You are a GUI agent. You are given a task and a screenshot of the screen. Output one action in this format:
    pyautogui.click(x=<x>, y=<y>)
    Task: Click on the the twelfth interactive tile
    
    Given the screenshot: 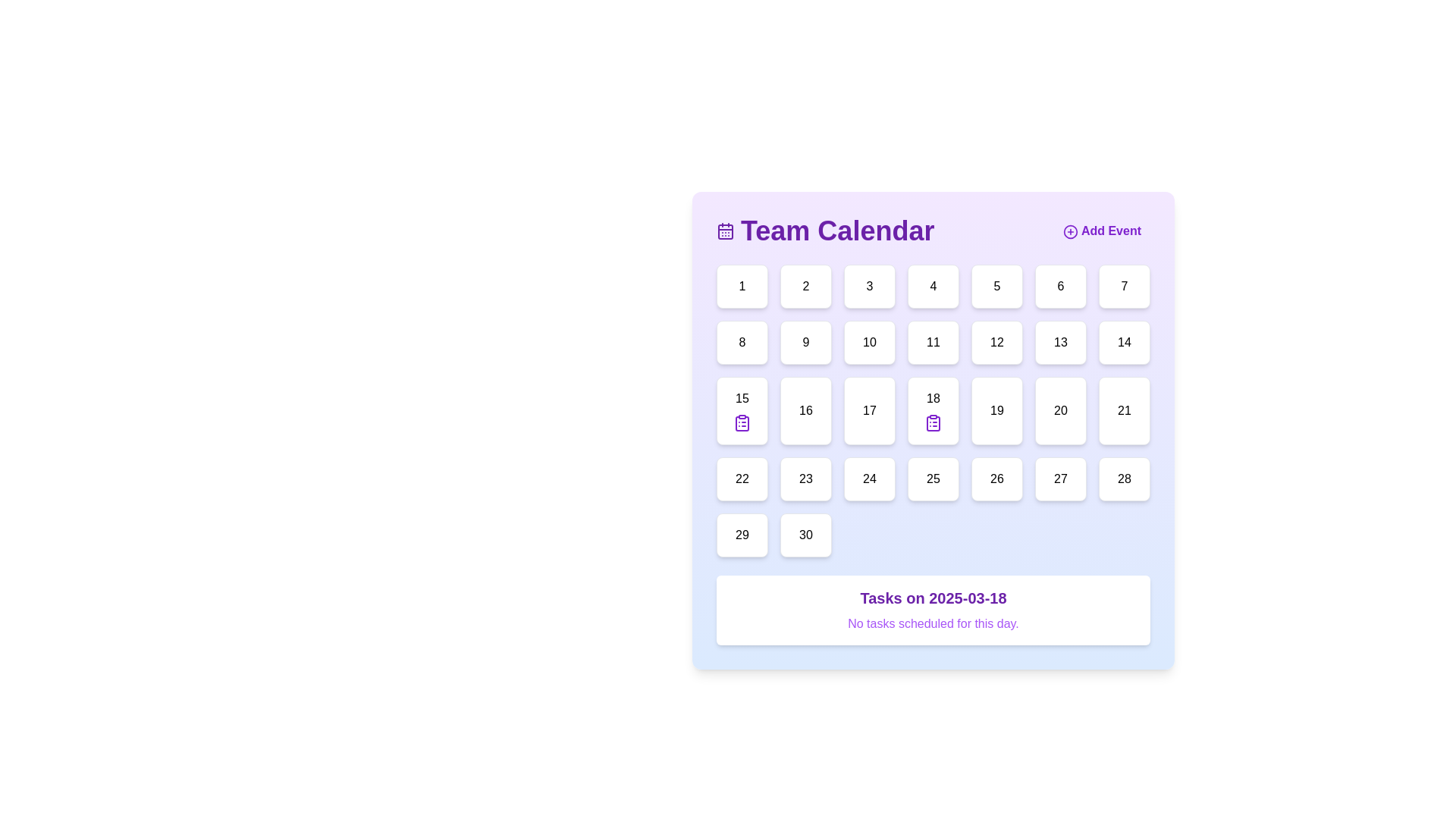 What is the action you would take?
    pyautogui.click(x=997, y=342)
    